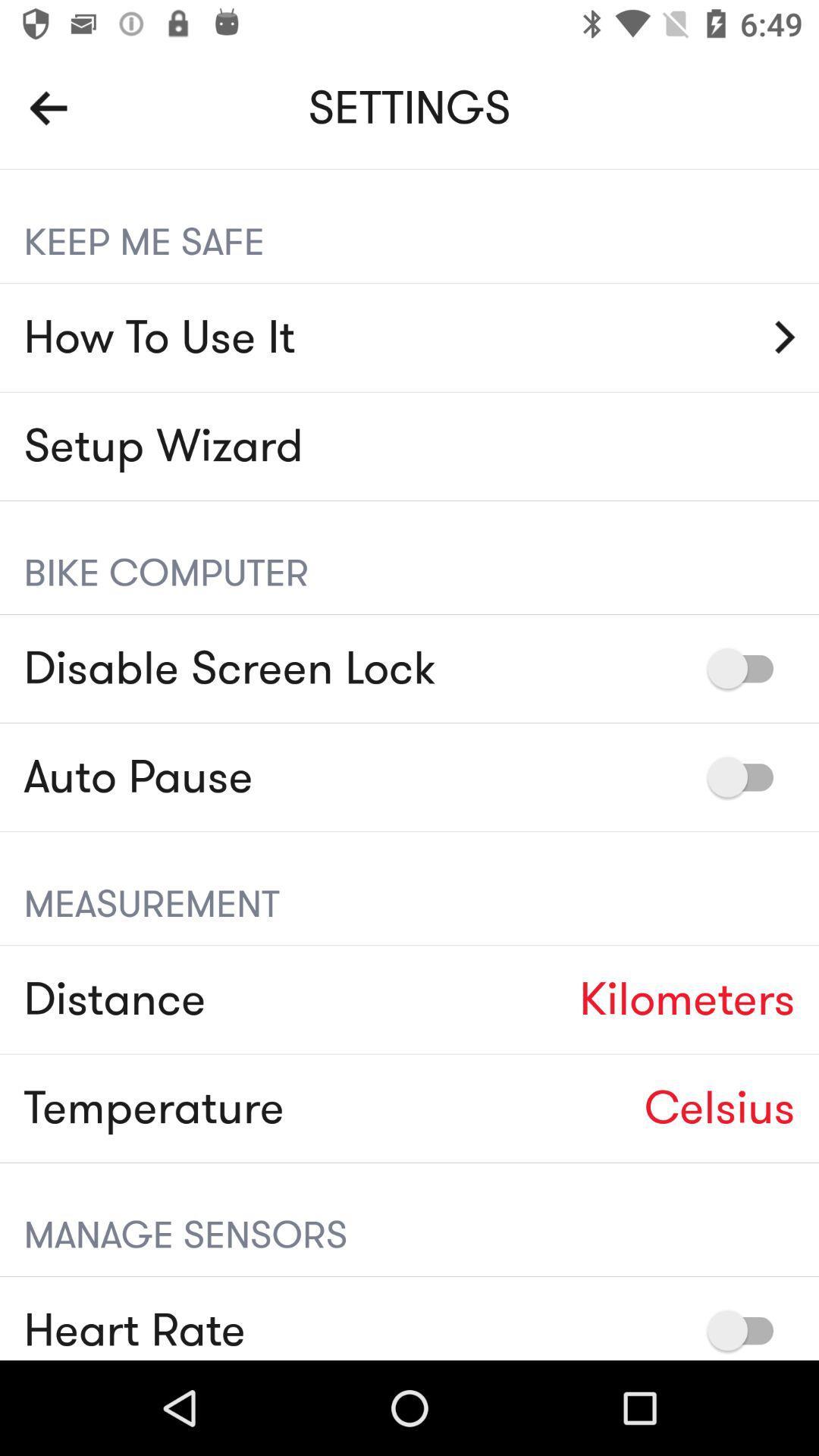 The width and height of the screenshot is (819, 1456). Describe the element at coordinates (48, 107) in the screenshot. I see `the item to the left of settings` at that location.